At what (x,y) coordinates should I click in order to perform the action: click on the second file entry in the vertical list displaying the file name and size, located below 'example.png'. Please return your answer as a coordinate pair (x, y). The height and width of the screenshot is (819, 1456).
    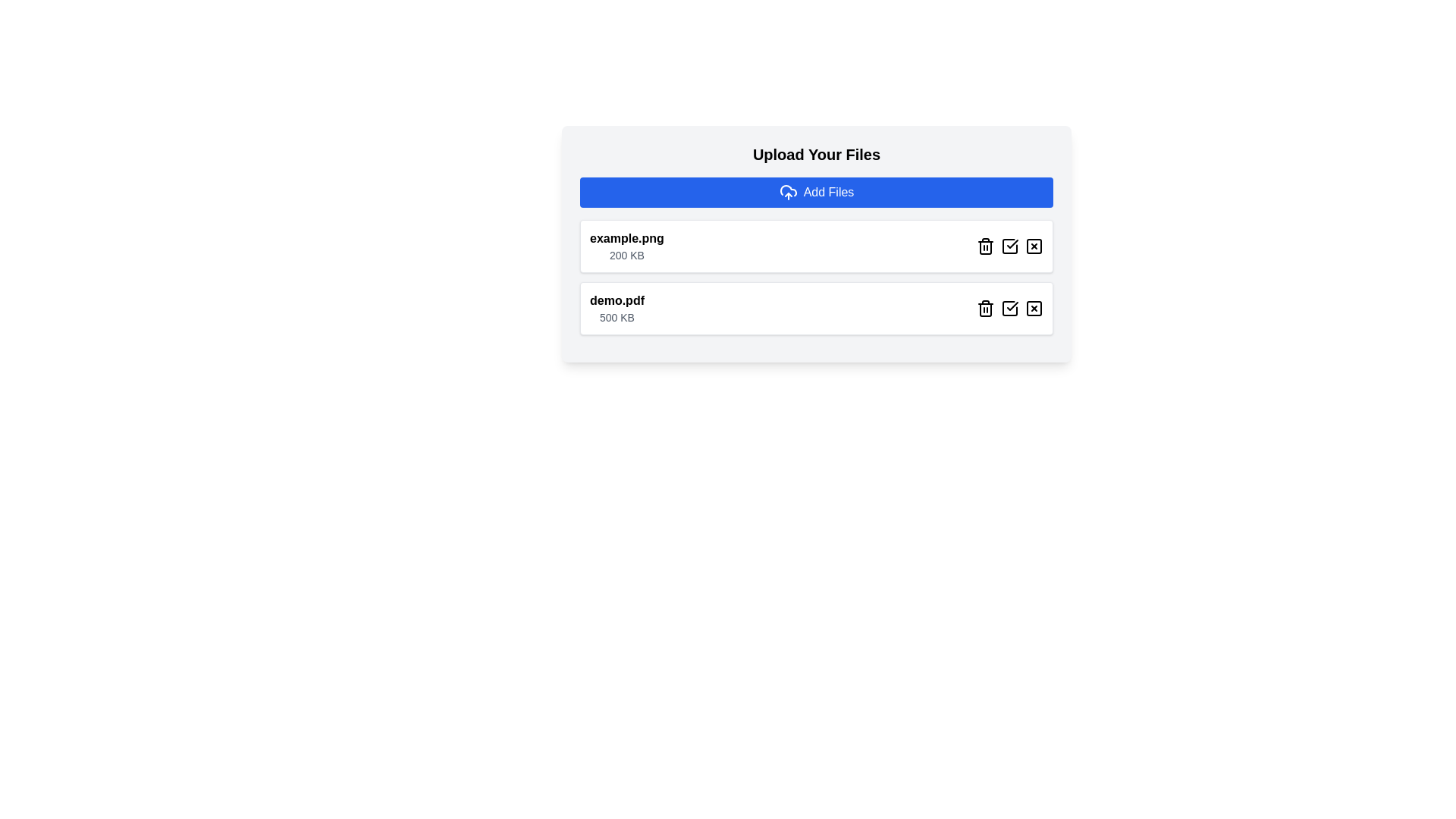
    Looking at the image, I should click on (617, 308).